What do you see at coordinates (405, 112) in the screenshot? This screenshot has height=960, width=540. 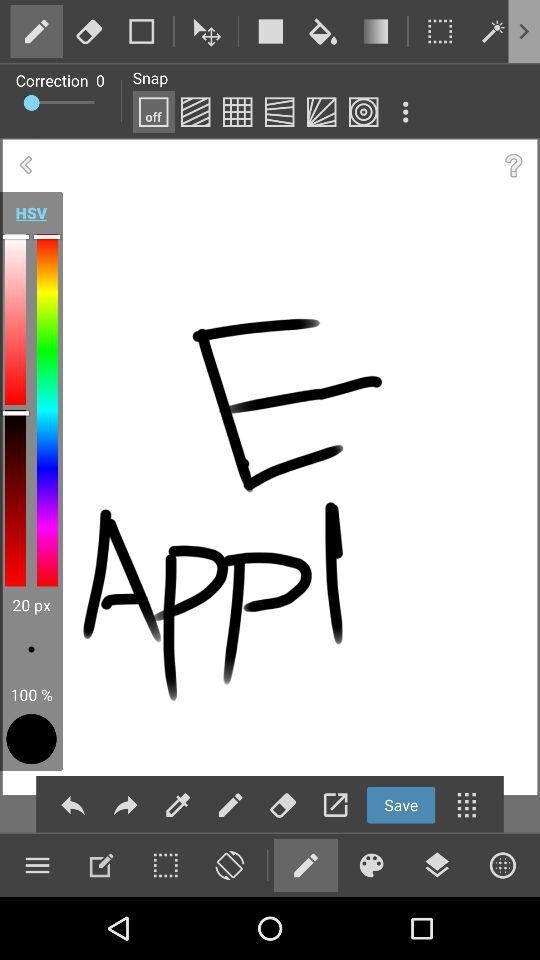 I see `open menu` at bounding box center [405, 112].